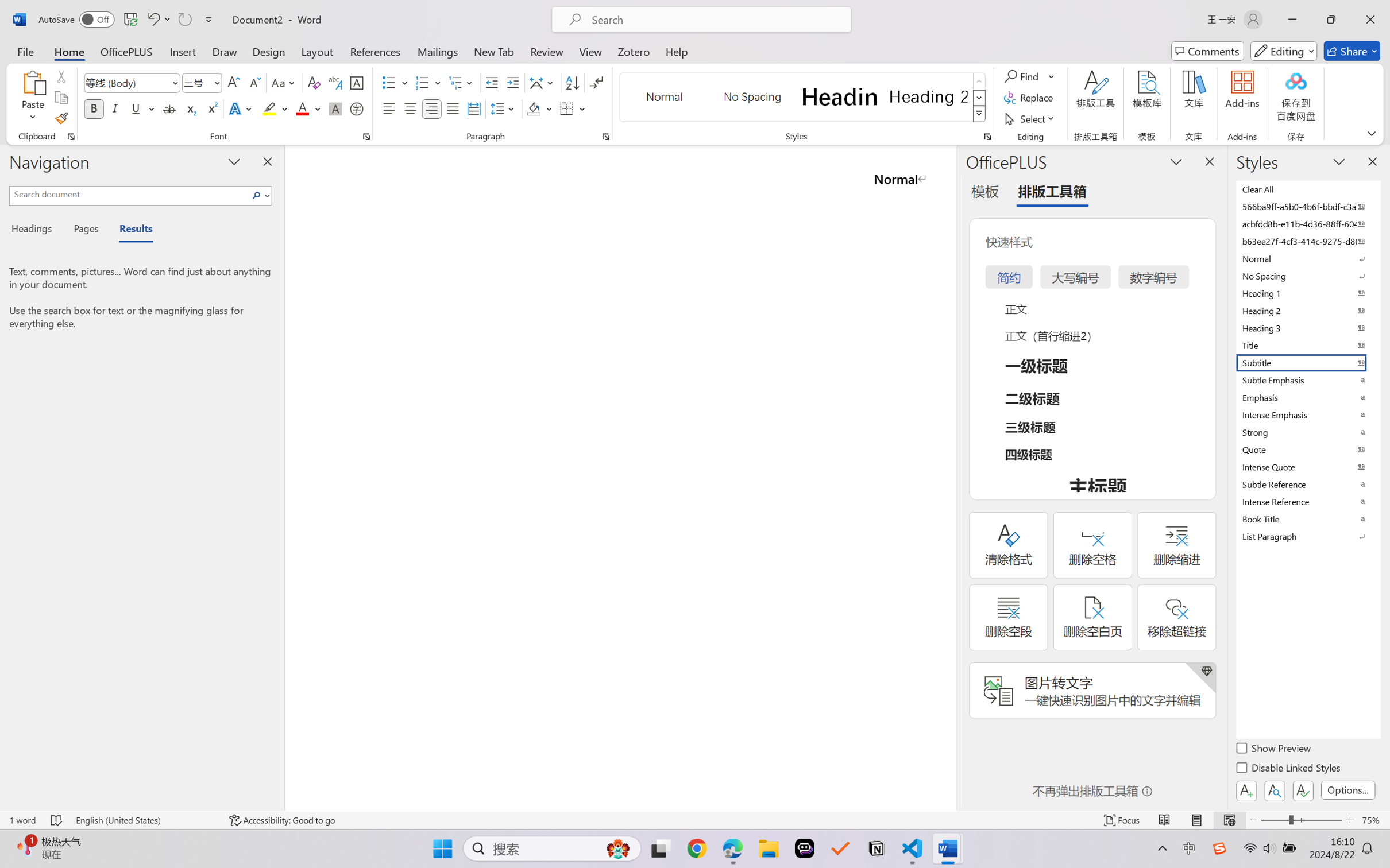  Describe the element at coordinates (169, 108) in the screenshot. I see `'Strikethrough'` at that location.